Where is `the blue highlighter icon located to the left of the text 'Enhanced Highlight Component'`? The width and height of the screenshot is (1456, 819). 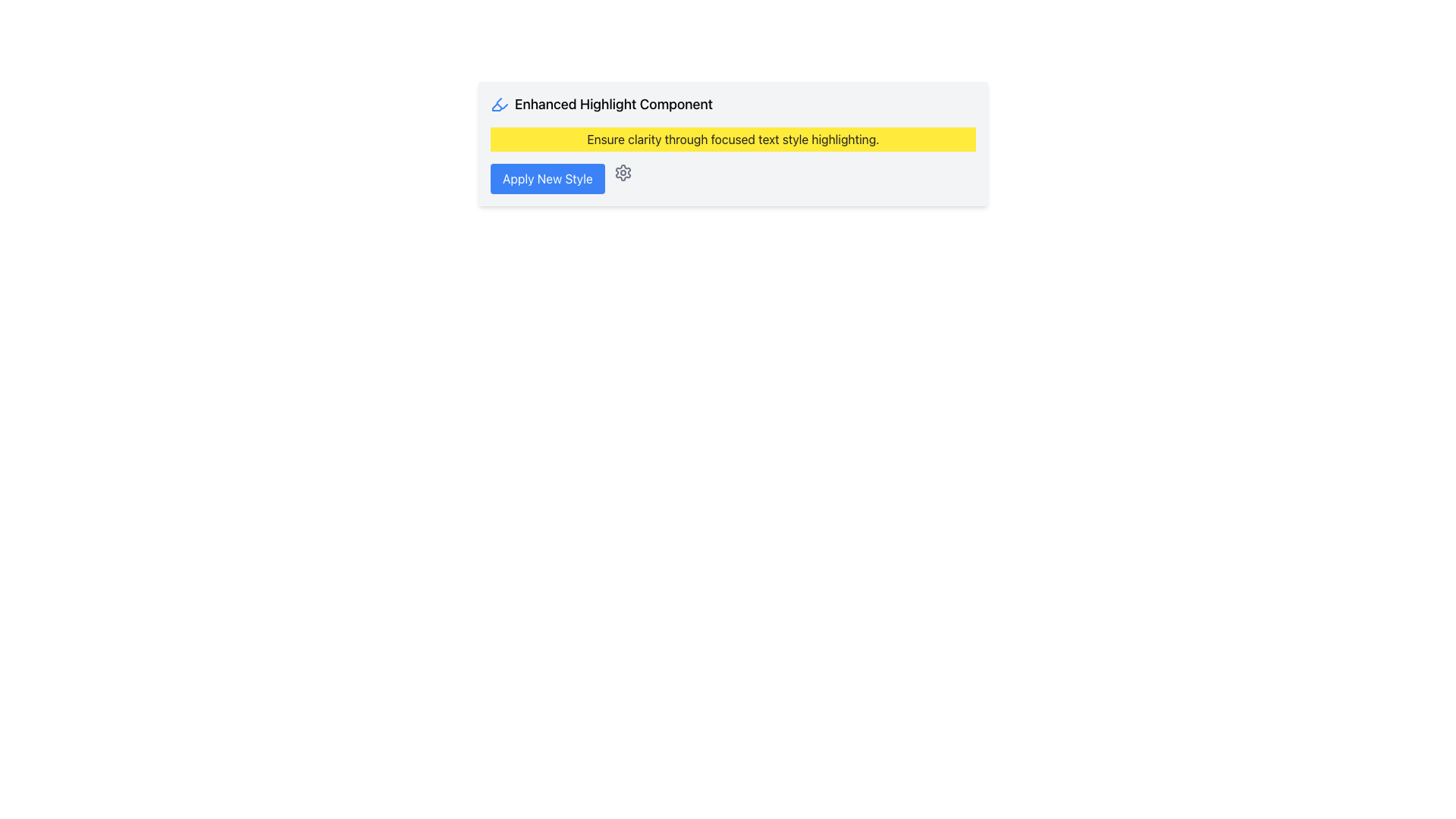 the blue highlighter icon located to the left of the text 'Enhanced Highlight Component' is located at coordinates (499, 104).